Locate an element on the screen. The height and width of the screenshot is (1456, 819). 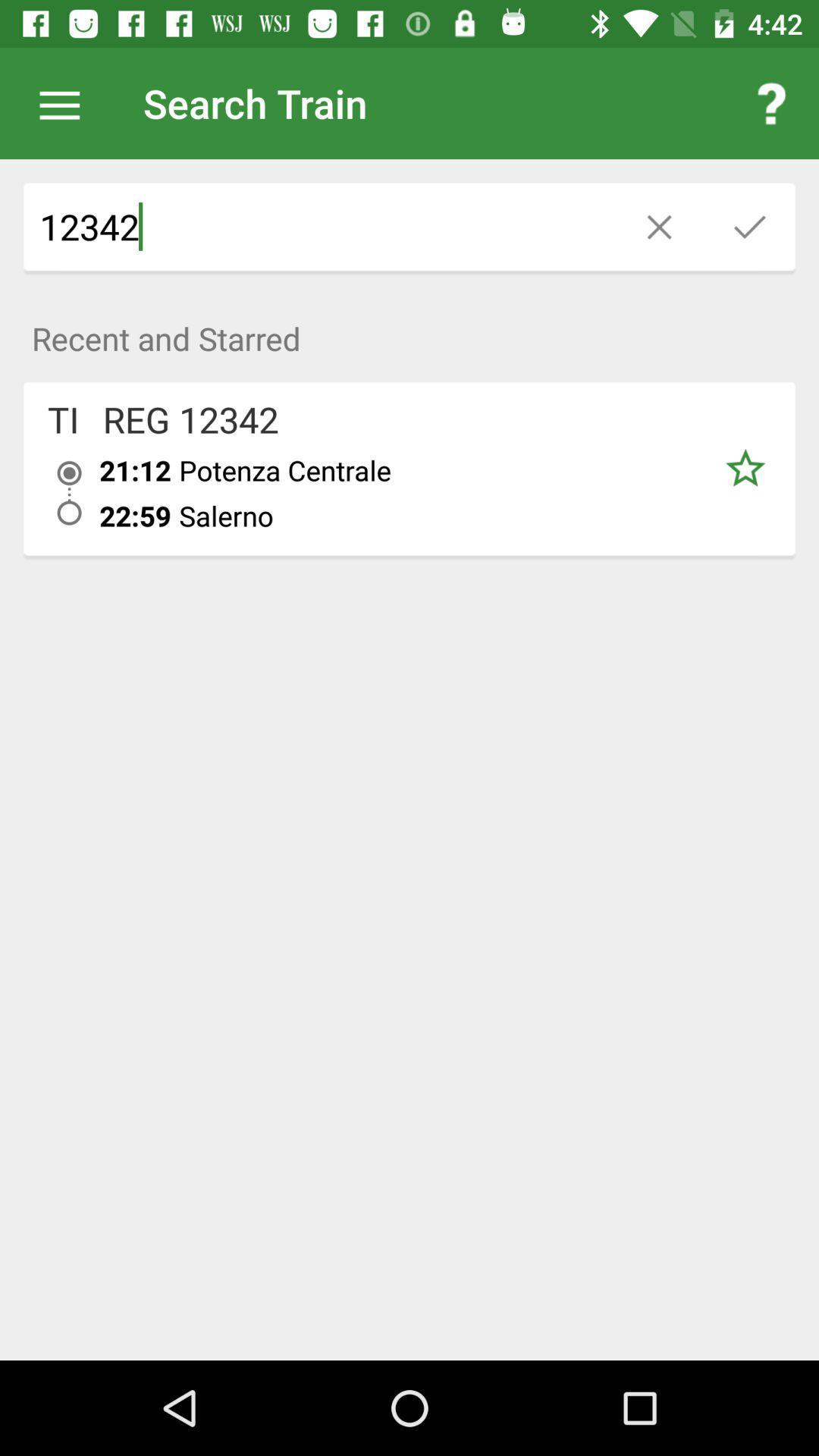
icon next to the search train icon is located at coordinates (67, 102).